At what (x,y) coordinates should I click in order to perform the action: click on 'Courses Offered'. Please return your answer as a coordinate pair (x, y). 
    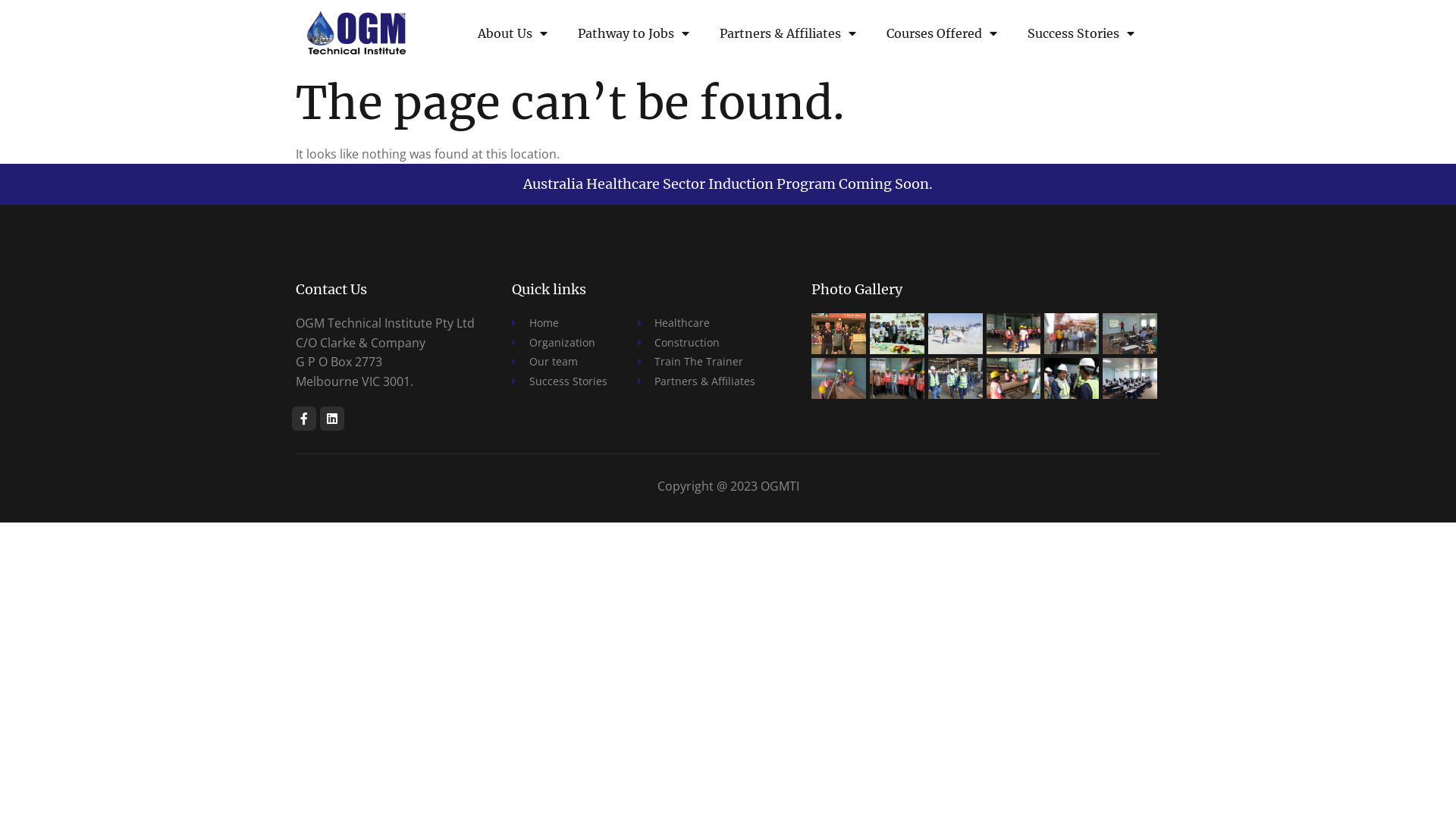
    Looking at the image, I should click on (871, 33).